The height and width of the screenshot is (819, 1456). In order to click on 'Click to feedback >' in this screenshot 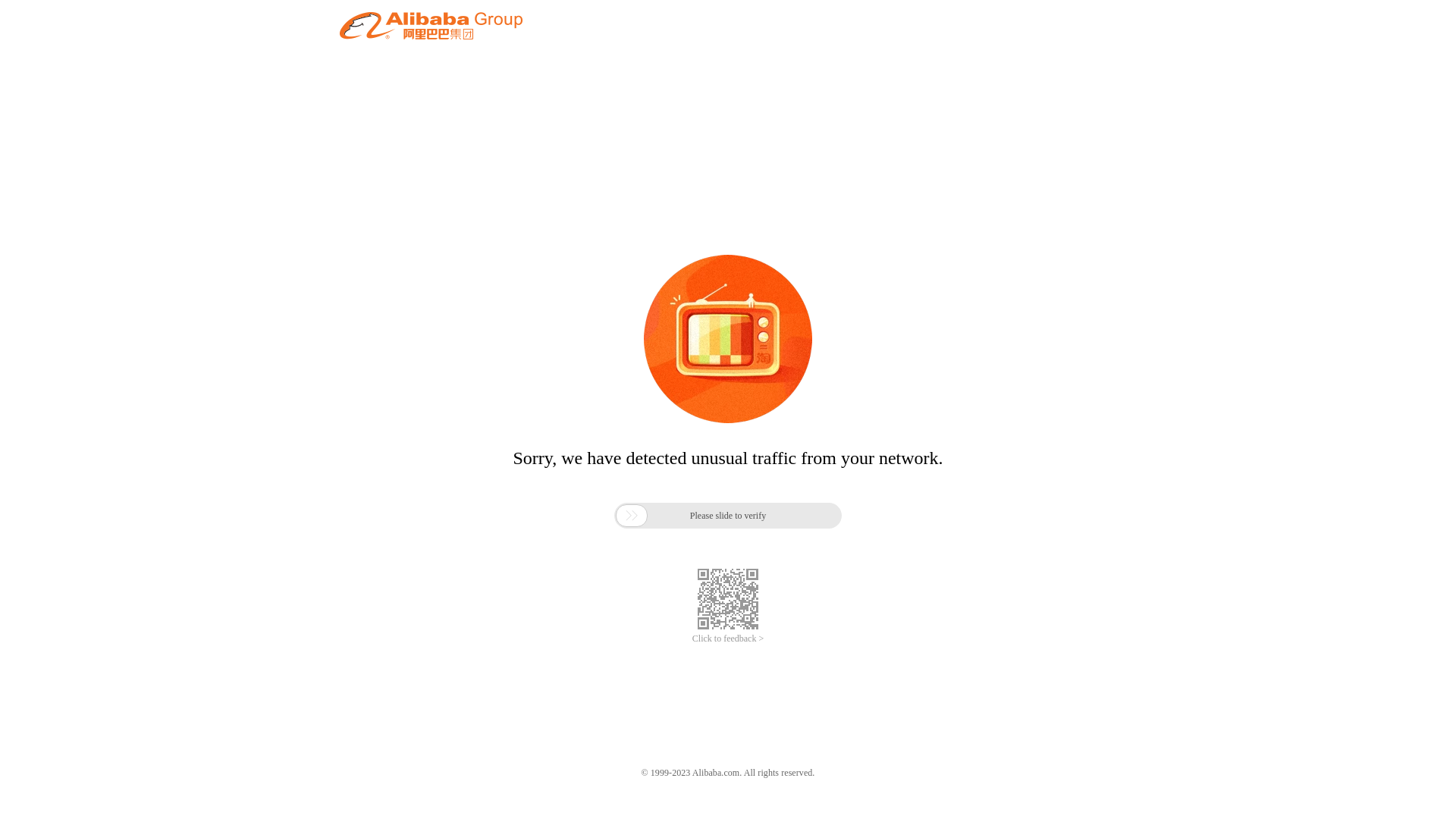, I will do `click(691, 639)`.